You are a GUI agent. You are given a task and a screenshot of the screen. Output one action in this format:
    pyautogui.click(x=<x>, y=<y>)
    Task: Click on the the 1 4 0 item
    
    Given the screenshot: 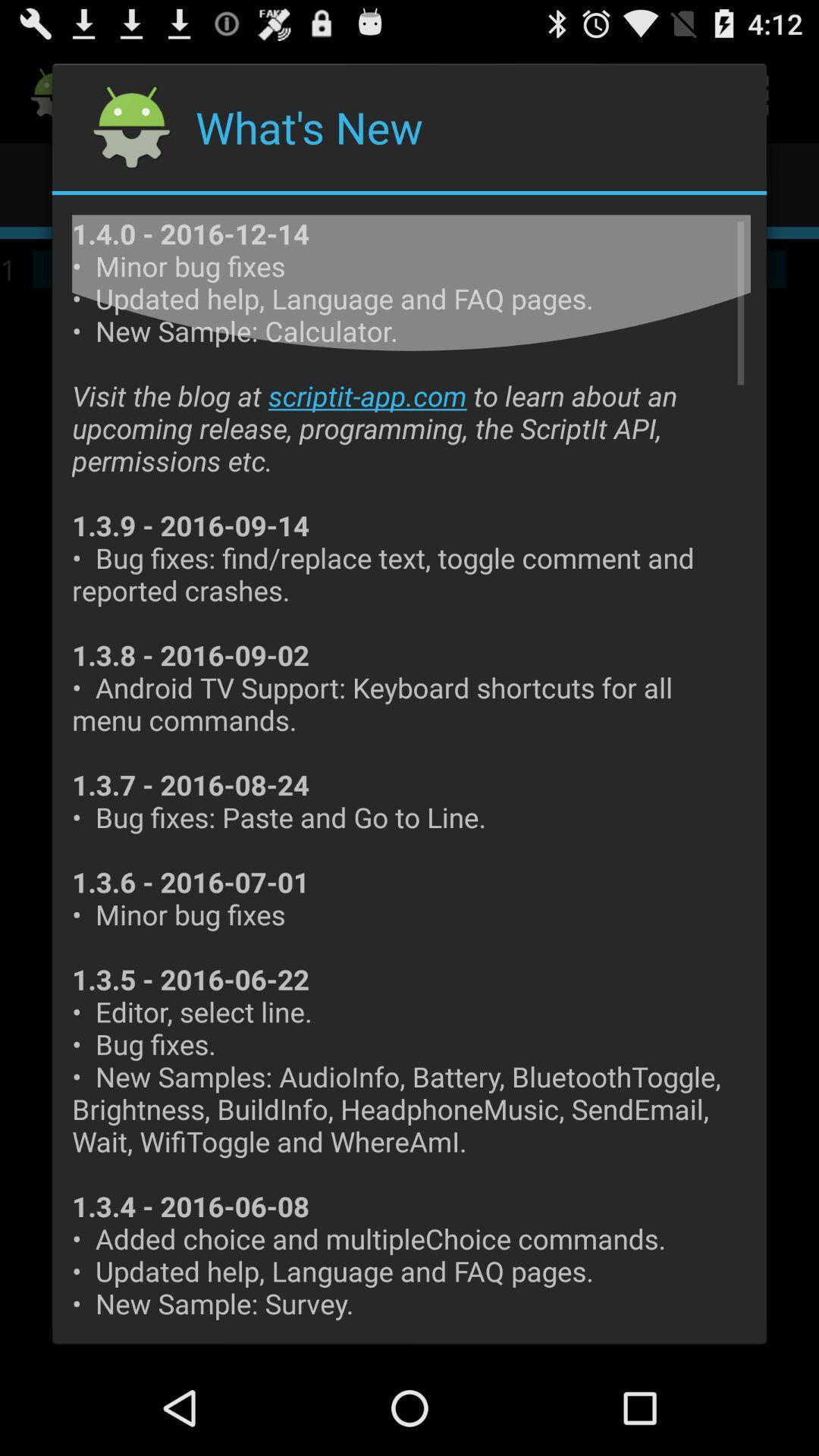 What is the action you would take?
    pyautogui.click(x=411, y=770)
    